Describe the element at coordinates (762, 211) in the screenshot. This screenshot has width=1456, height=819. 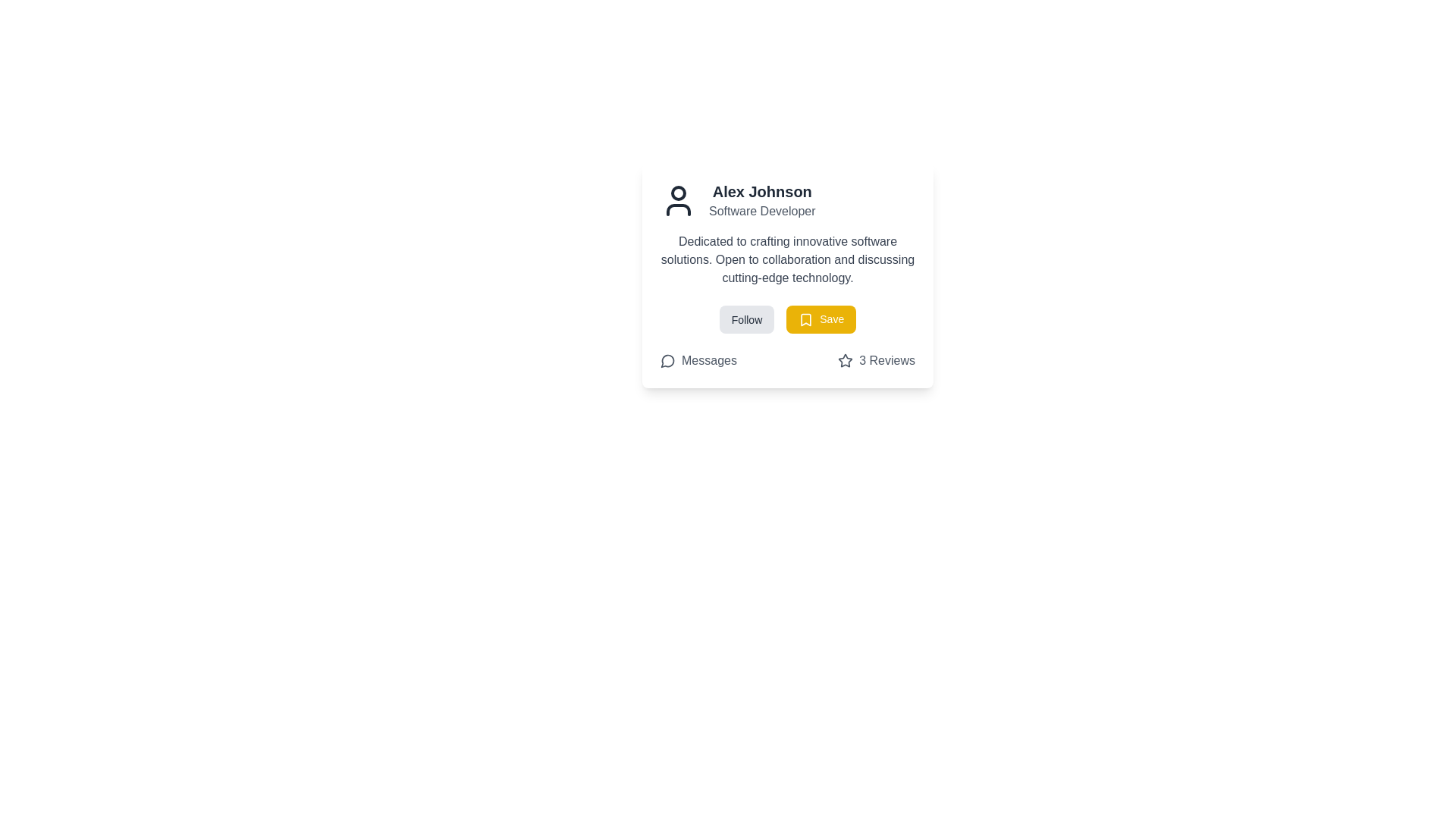
I see `the text label indicating the professional designation below 'Alex Johnson' in the upper central area of the card` at that location.